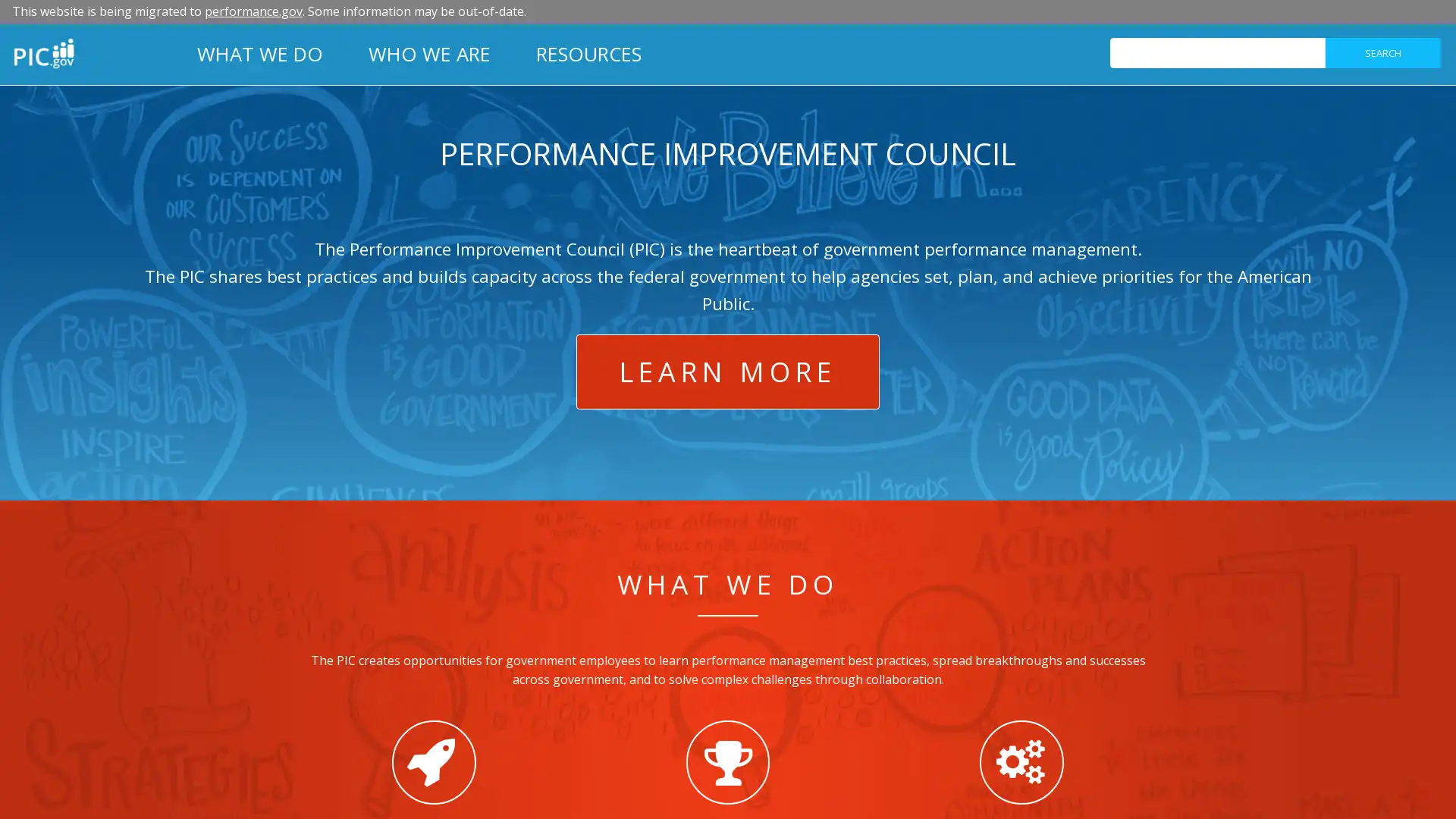 The height and width of the screenshot is (819, 1456). What do you see at coordinates (1382, 52) in the screenshot?
I see `Search` at bounding box center [1382, 52].